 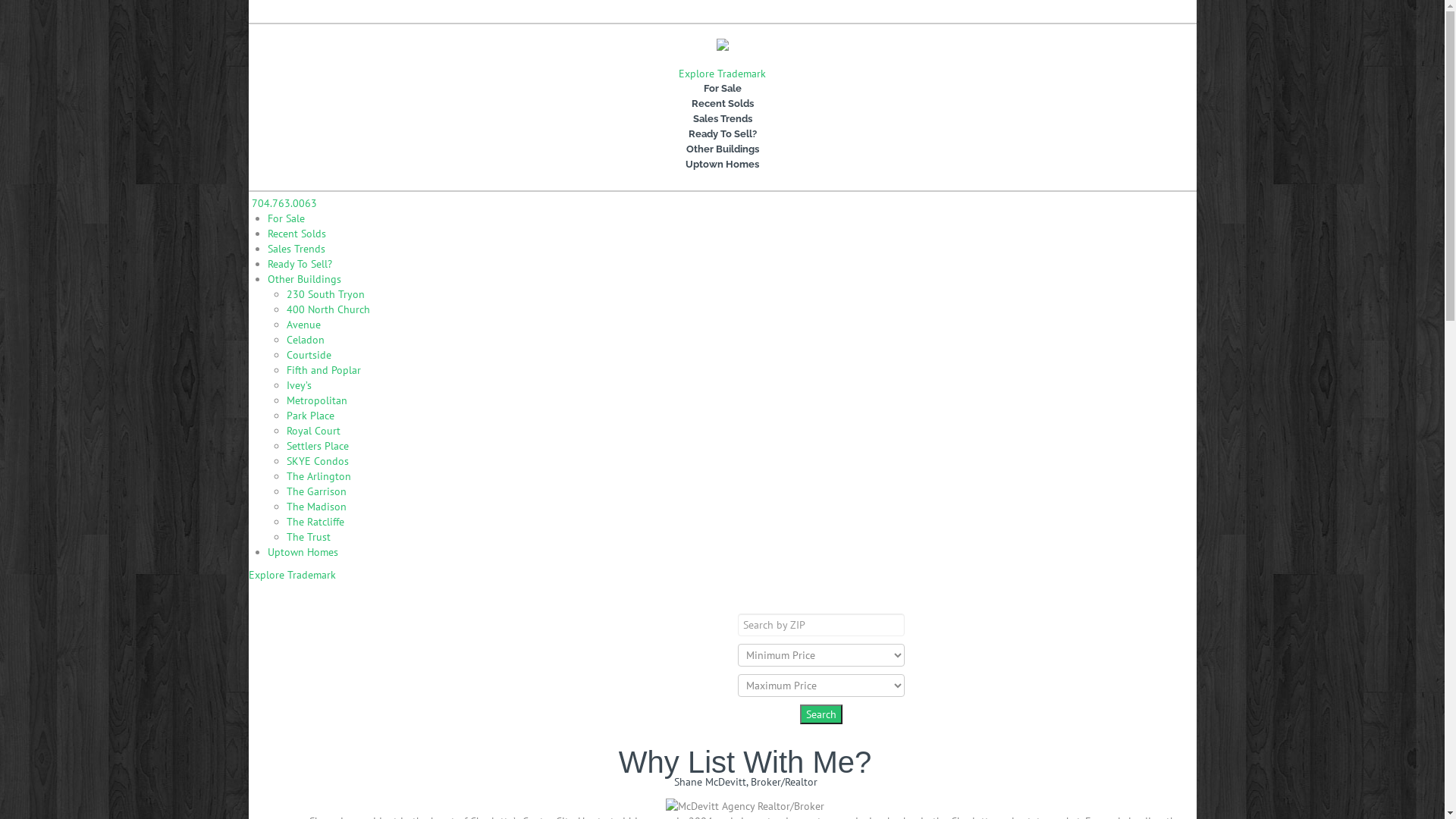 I want to click on 'Other Buildings', so click(x=722, y=149).